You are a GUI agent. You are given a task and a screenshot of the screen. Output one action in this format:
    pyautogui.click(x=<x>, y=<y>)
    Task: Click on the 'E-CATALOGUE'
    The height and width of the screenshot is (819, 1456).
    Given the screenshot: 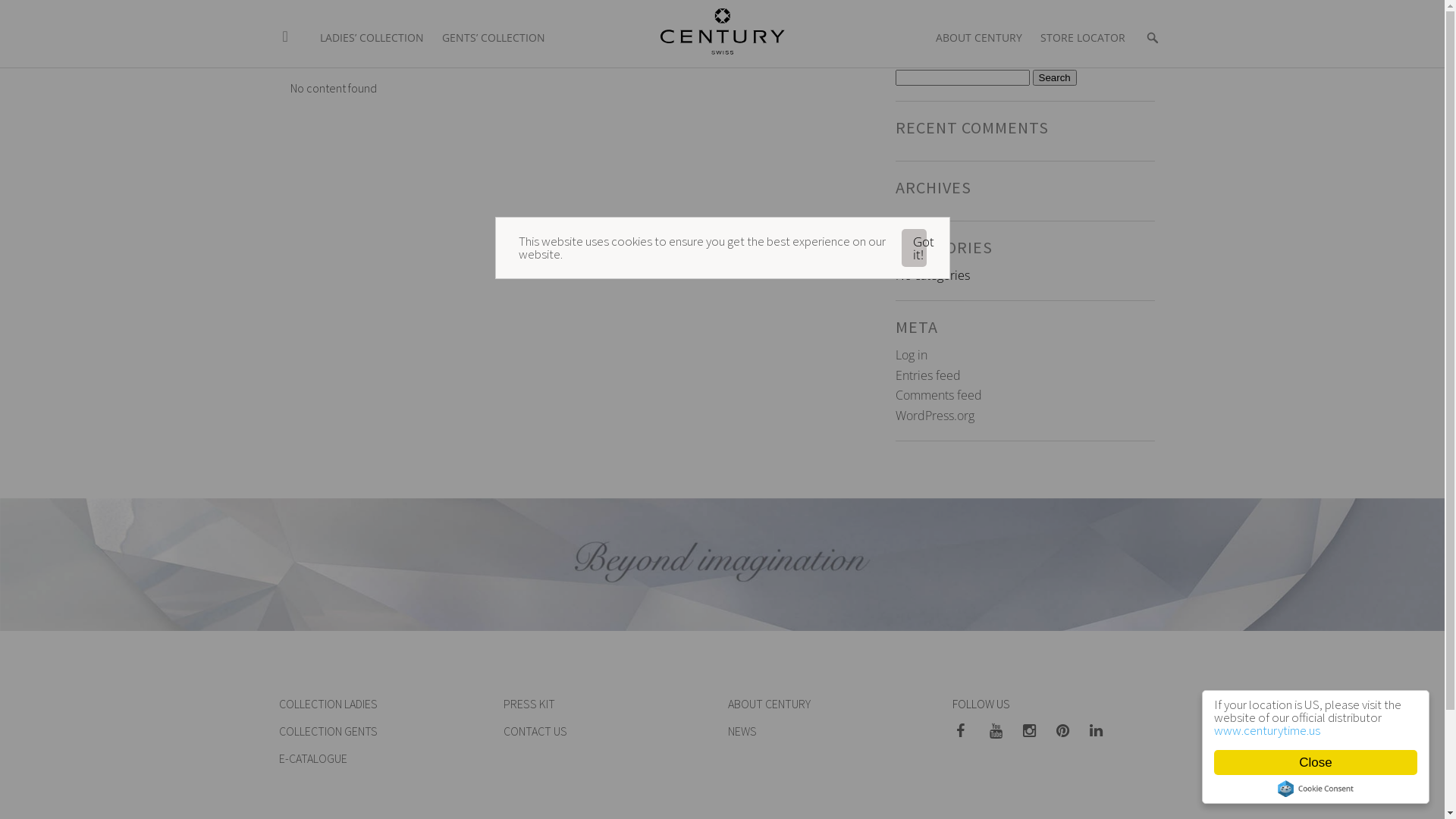 What is the action you would take?
    pyautogui.click(x=312, y=758)
    